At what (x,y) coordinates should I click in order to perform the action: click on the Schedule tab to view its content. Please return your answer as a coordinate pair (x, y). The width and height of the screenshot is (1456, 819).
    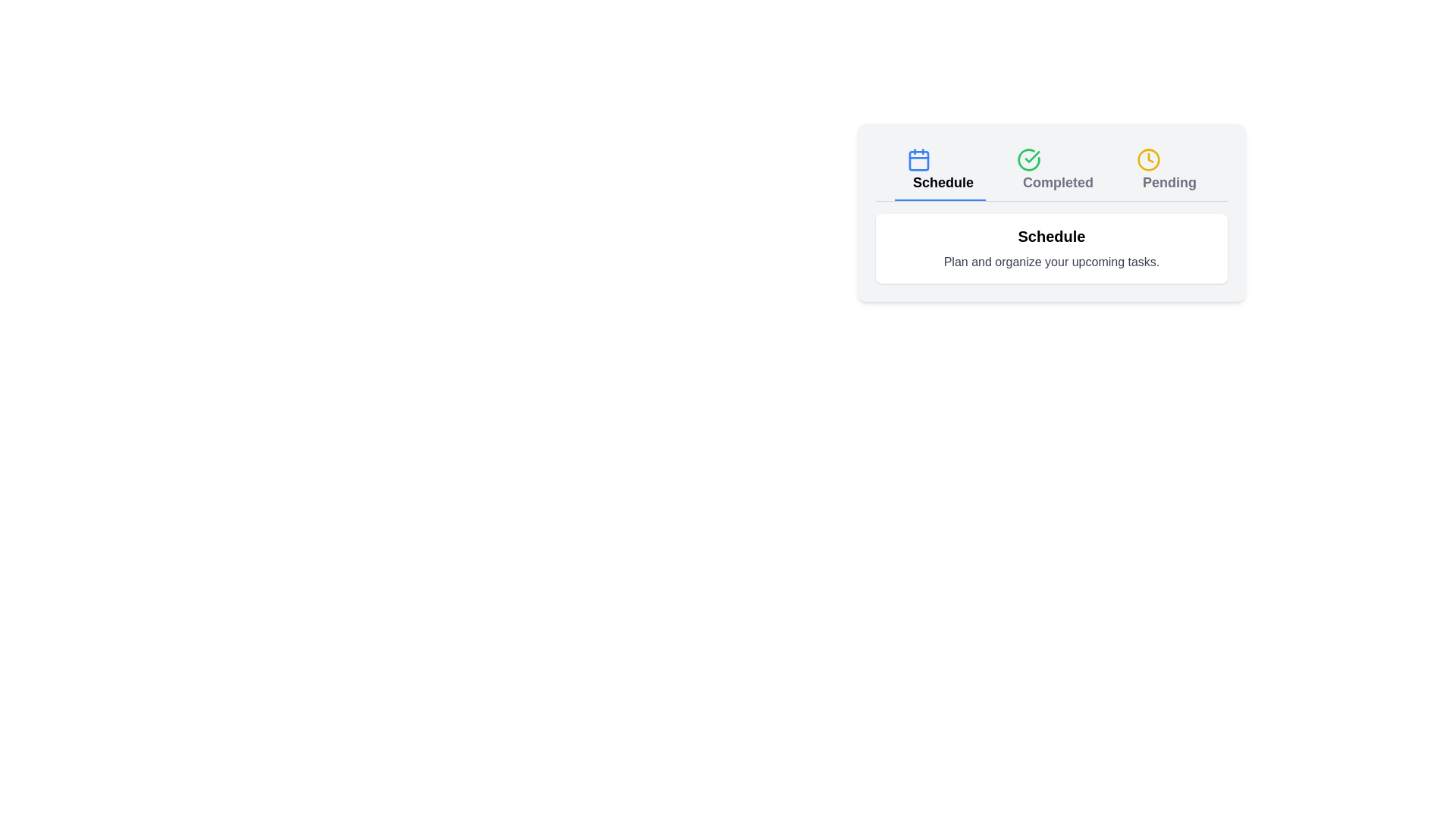
    Looking at the image, I should click on (939, 171).